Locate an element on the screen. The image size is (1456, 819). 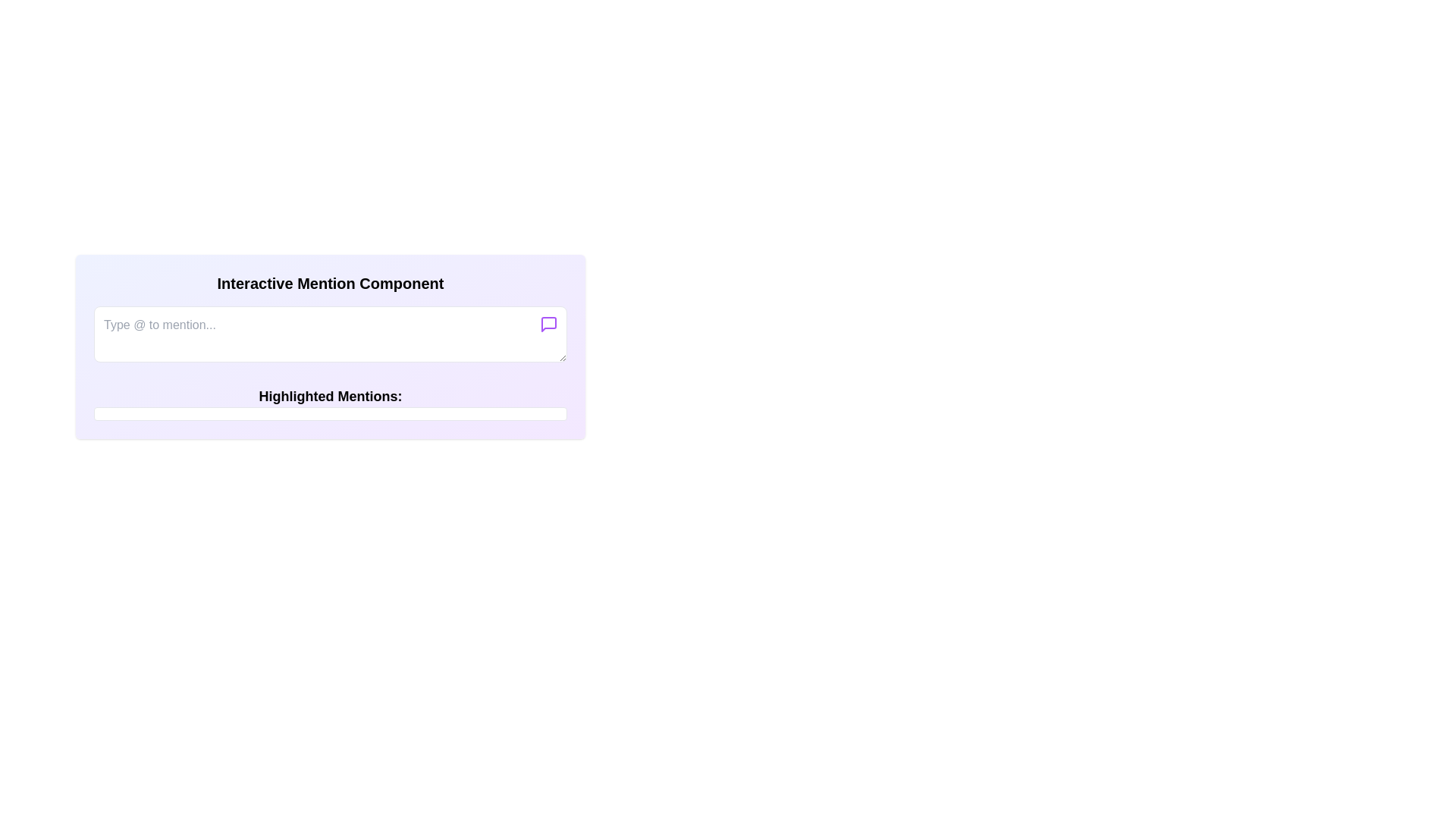
the SVG graphical icon representing a speech bubble located at the top-right corner of the text input field is located at coordinates (548, 324).